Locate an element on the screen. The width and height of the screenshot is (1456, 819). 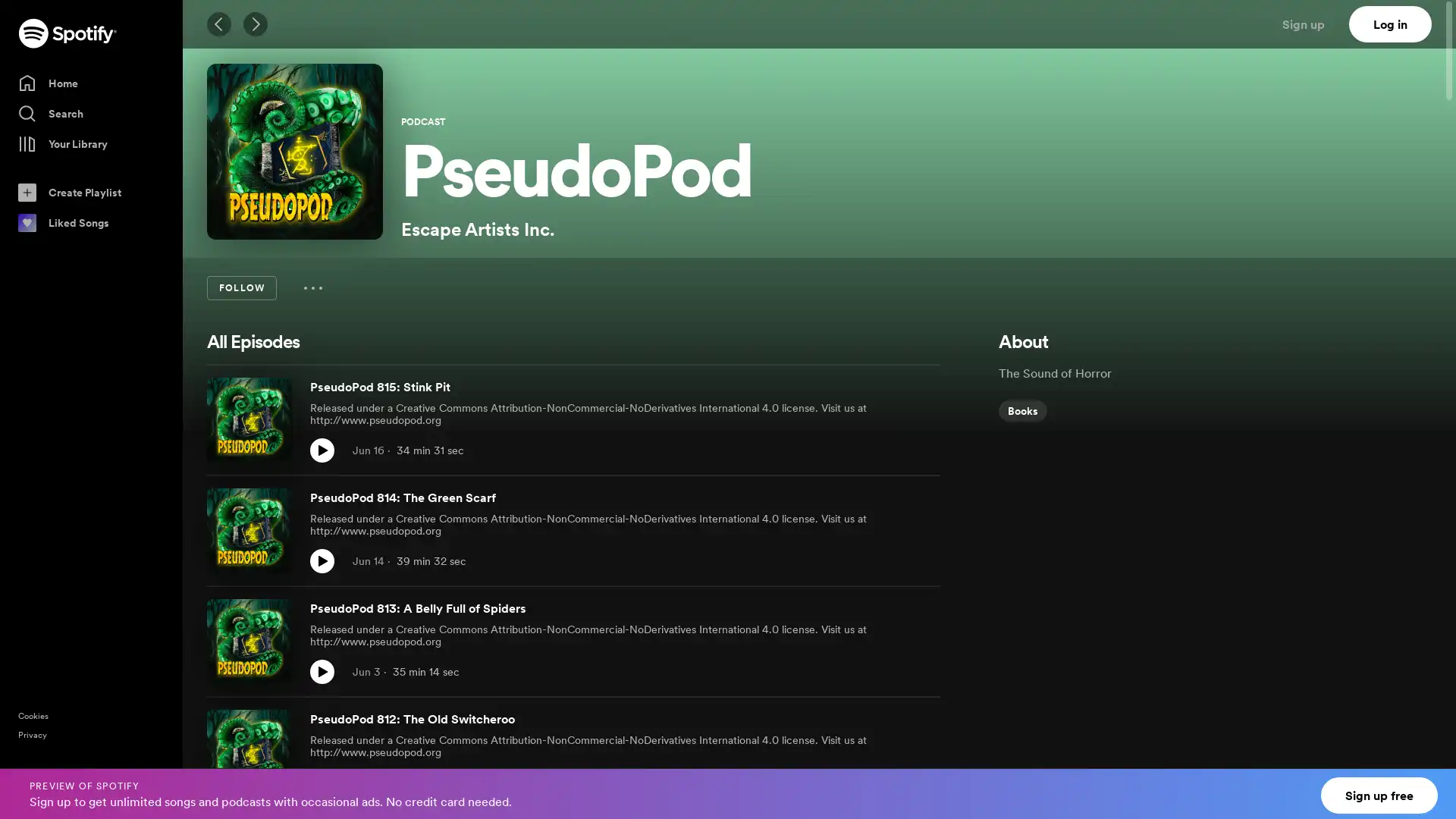
Share is located at coordinates (895, 561).